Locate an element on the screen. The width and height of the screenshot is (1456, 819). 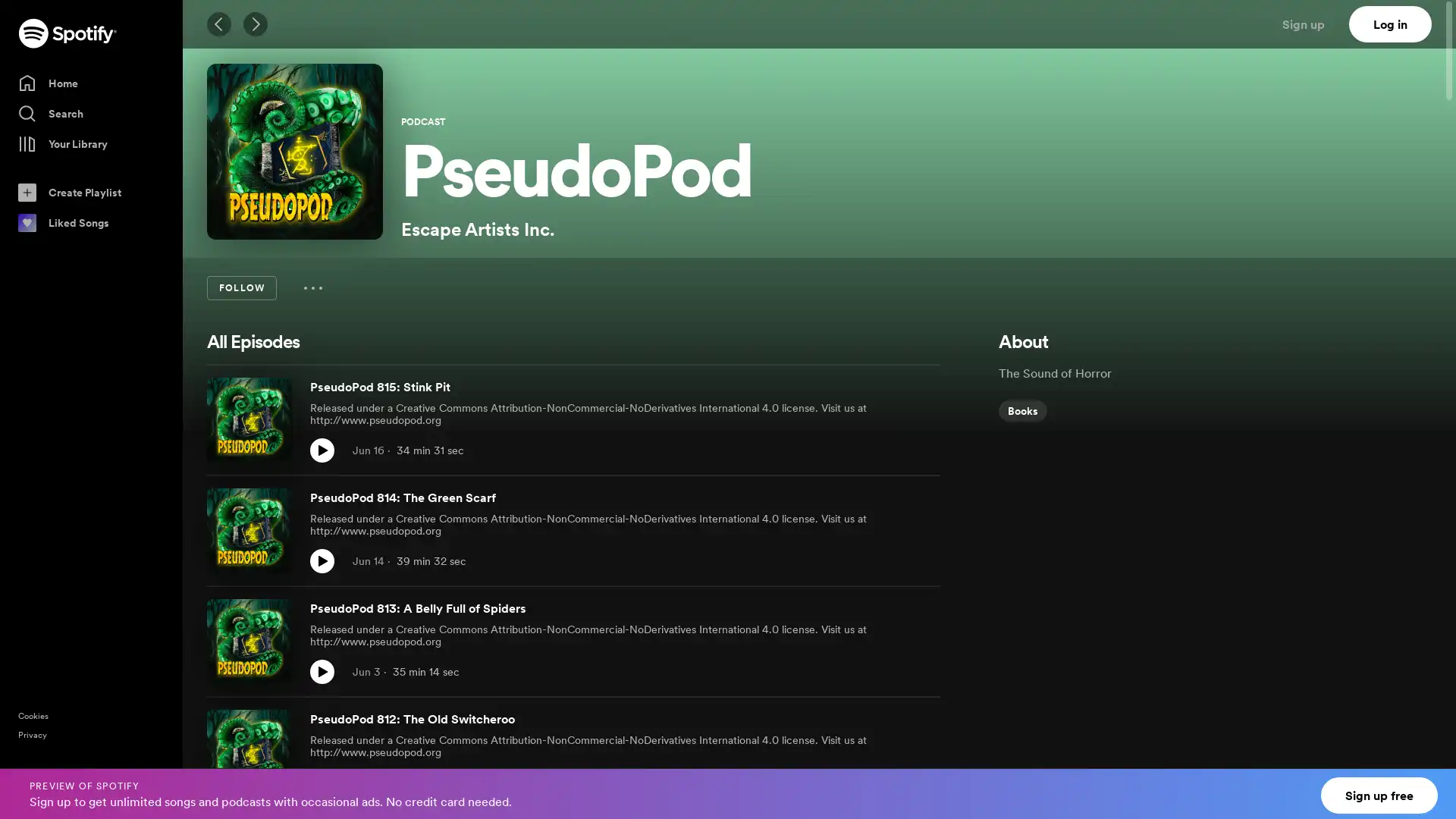
Share is located at coordinates (895, 561).